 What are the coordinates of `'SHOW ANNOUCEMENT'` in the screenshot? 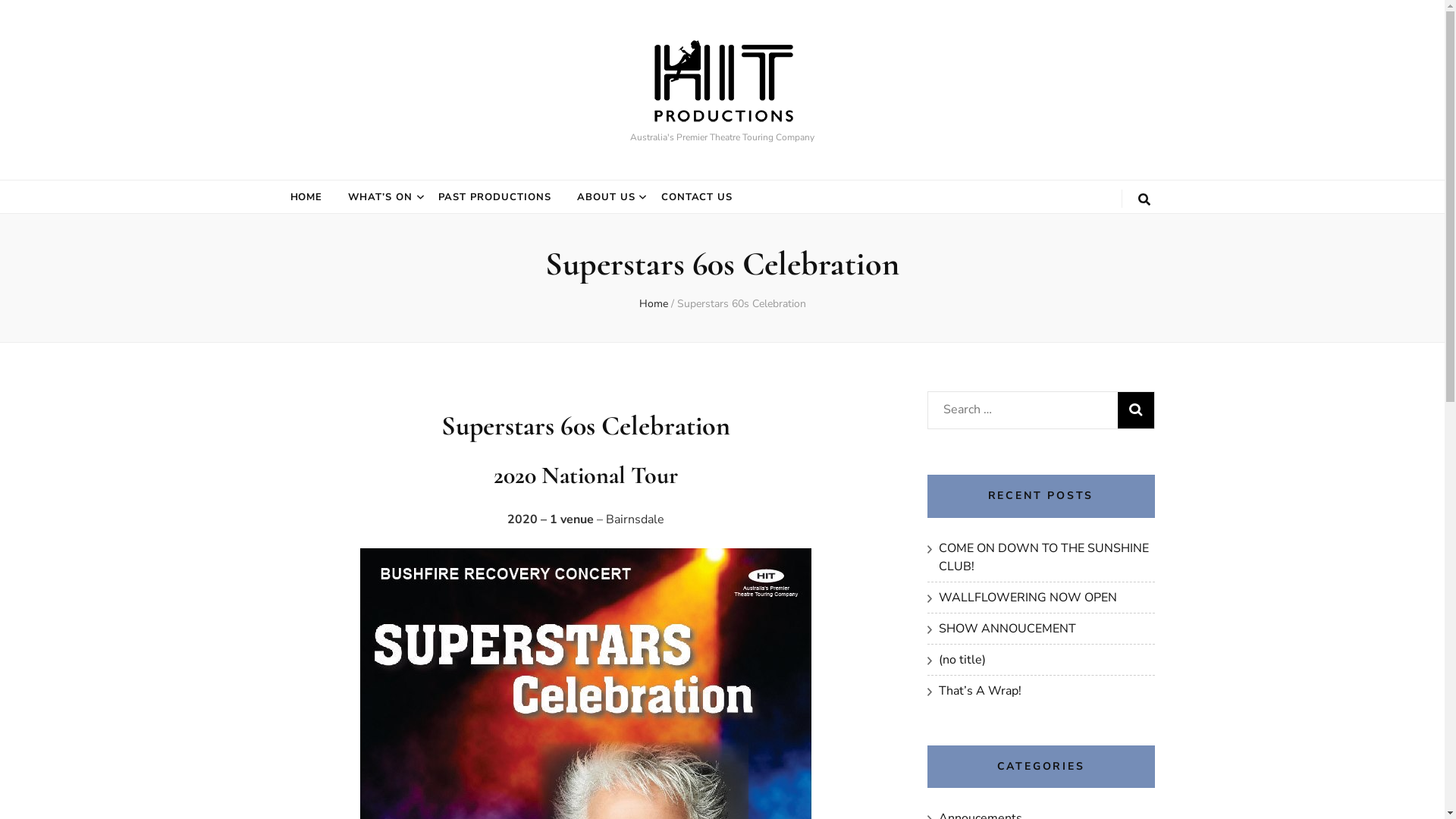 It's located at (938, 629).